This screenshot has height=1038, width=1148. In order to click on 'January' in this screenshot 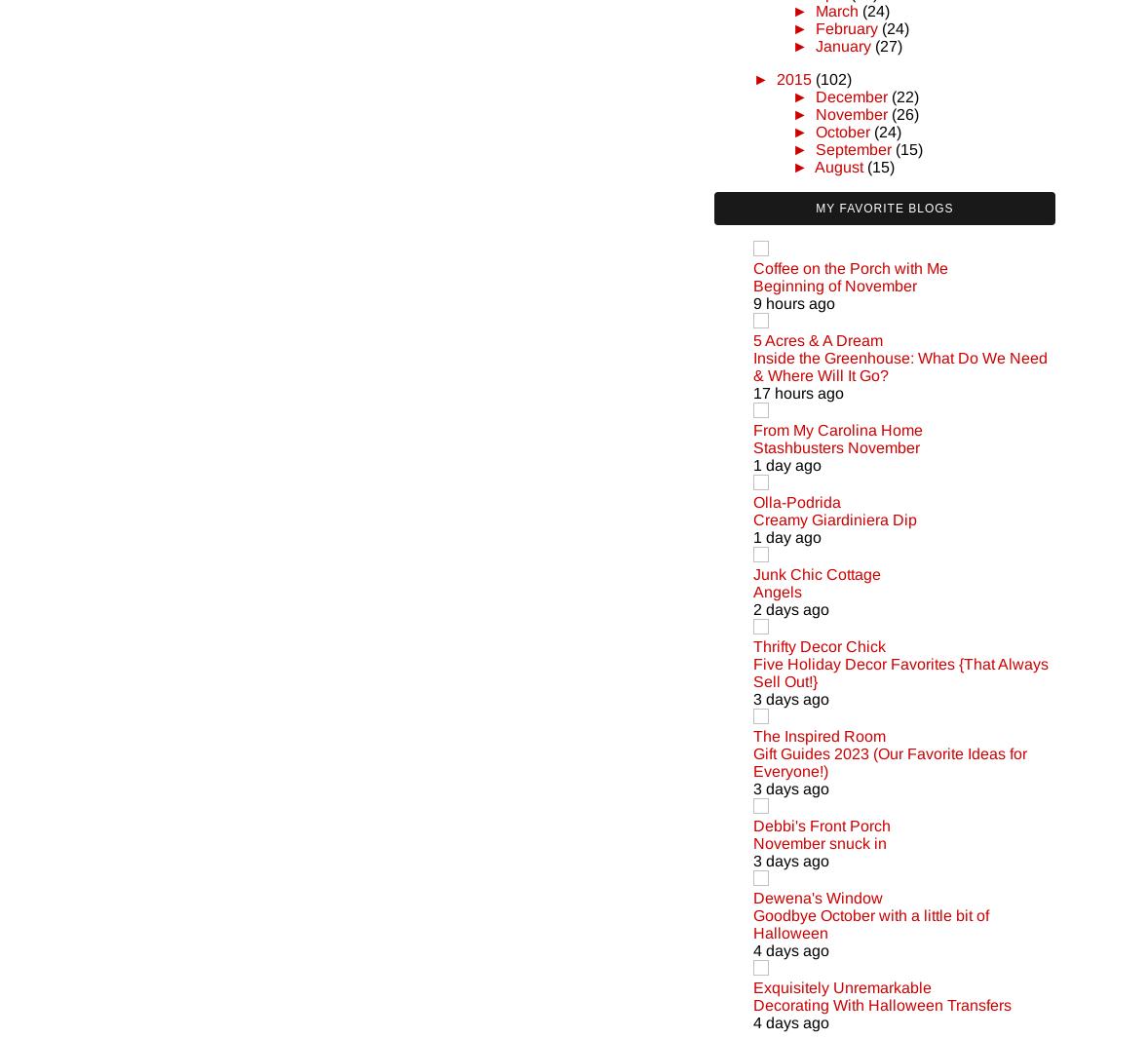, I will do `click(841, 44)`.